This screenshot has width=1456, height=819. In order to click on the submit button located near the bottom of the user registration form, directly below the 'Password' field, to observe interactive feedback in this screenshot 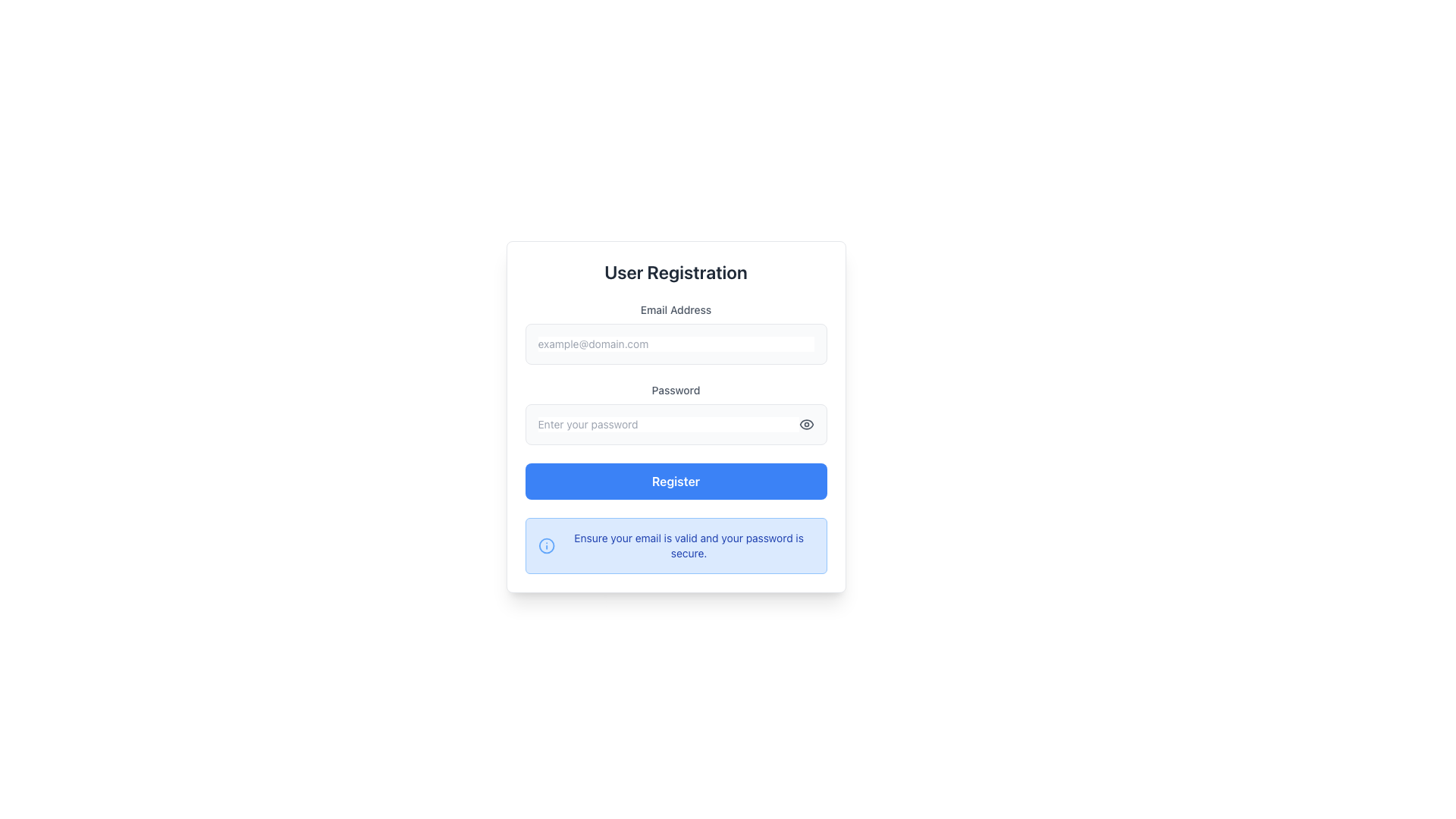, I will do `click(675, 482)`.